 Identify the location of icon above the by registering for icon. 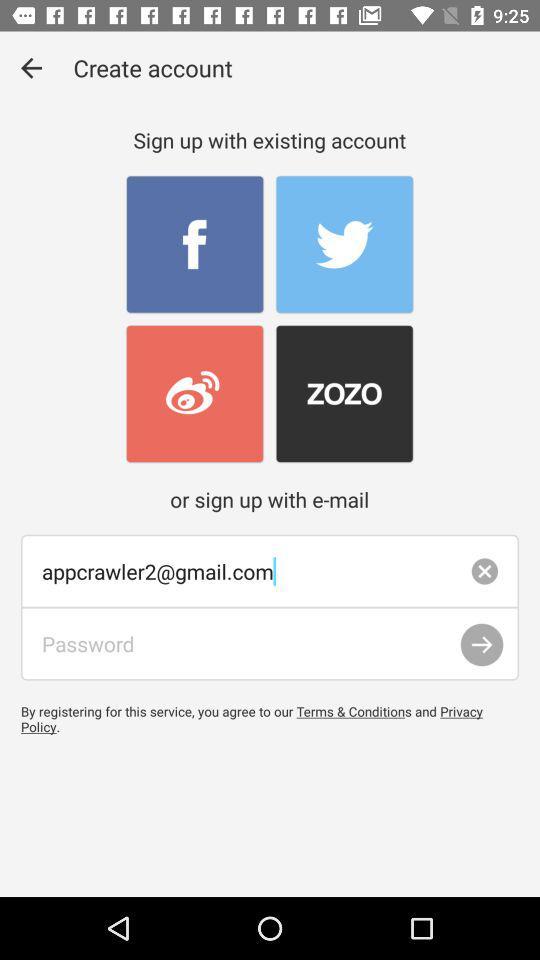
(270, 642).